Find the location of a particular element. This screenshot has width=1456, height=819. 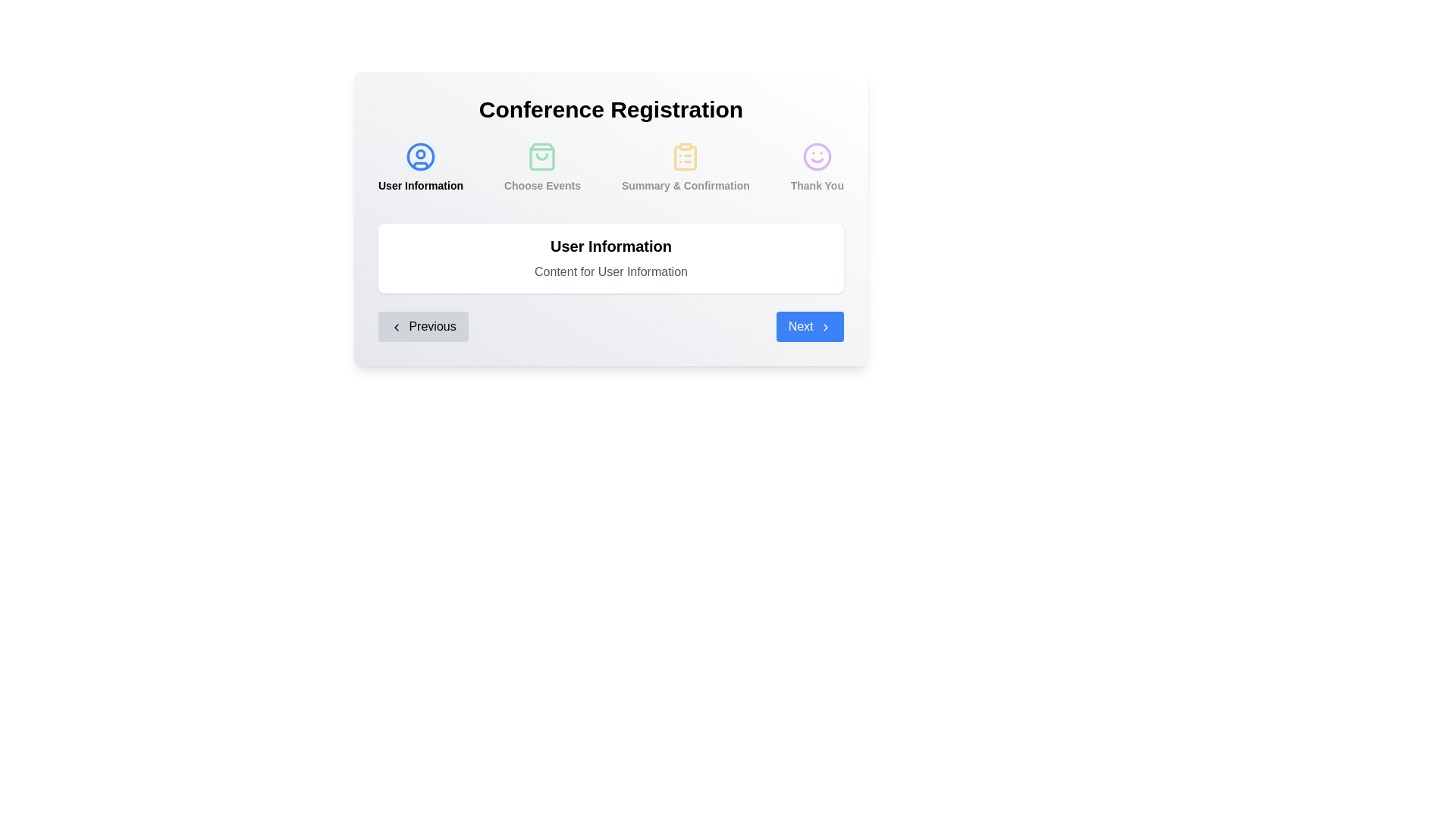

the 'Thank You' label in the navigation bar, which is represented by a purple smiling face icon and a text label beneath it is located at coordinates (816, 167).